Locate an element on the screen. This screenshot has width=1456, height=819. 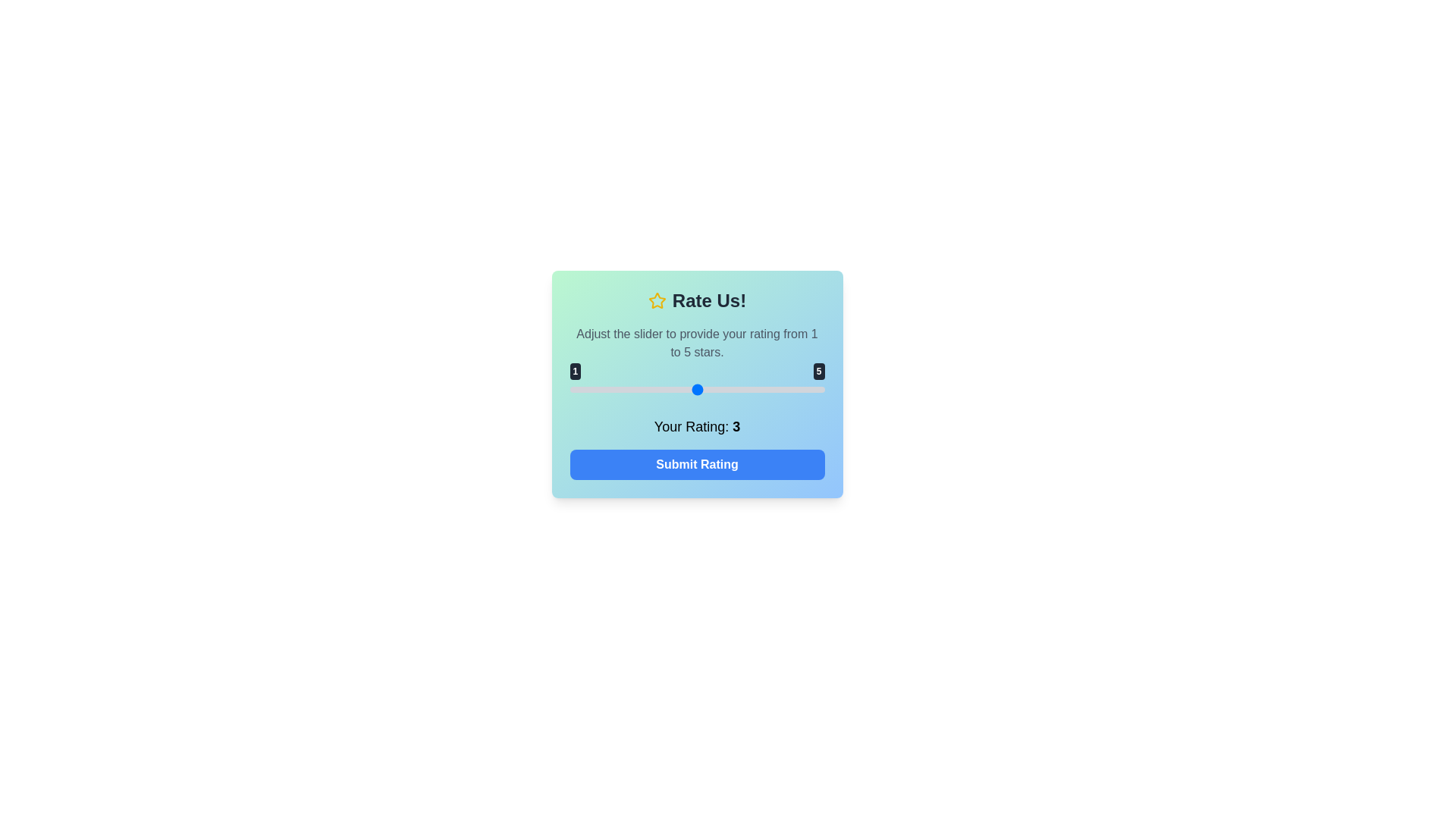
the slider to set the rating to 1 is located at coordinates (569, 388).